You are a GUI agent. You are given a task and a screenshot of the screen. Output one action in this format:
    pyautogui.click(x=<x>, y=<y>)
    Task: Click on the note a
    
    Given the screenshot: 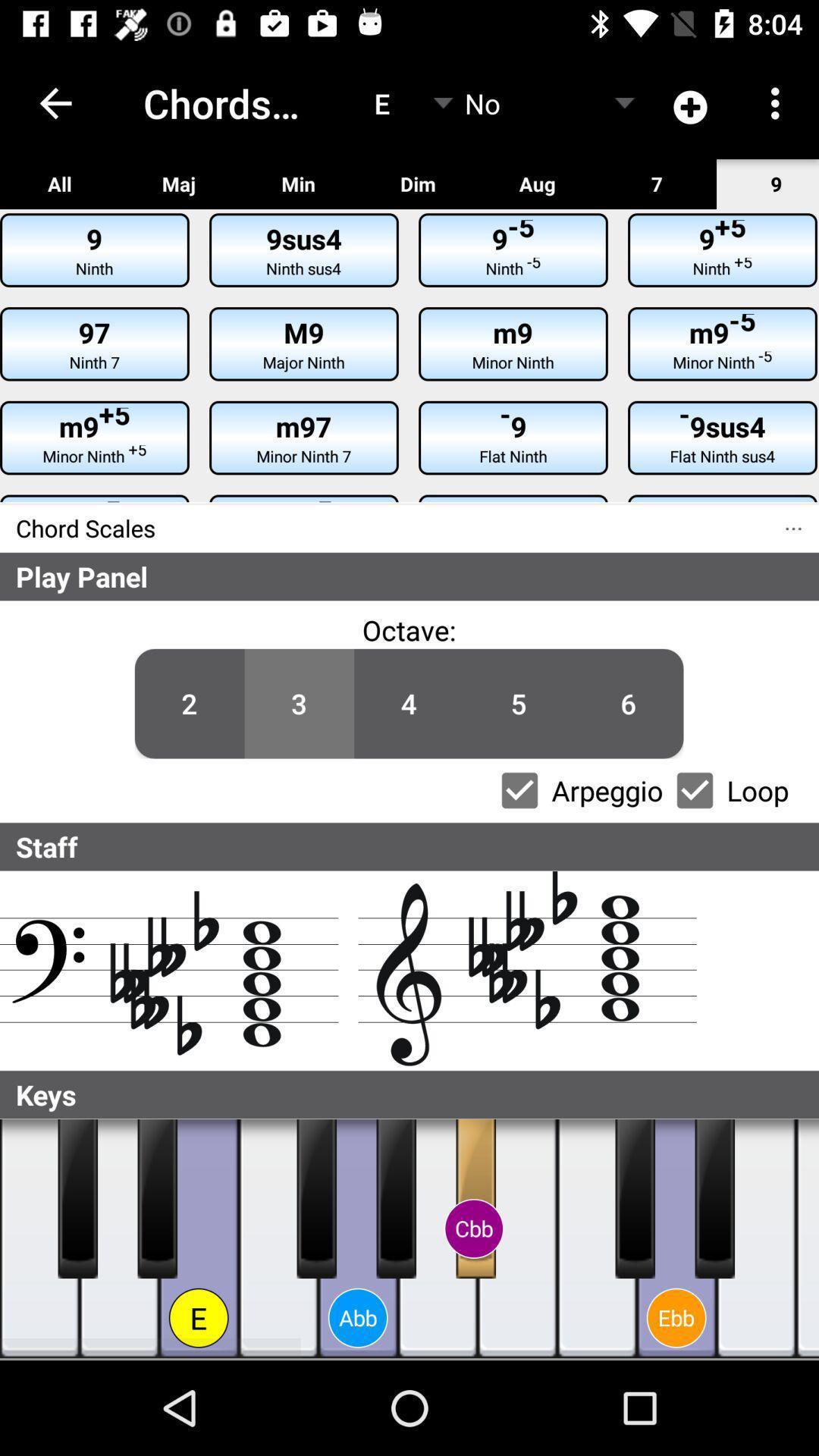 What is the action you would take?
    pyautogui.click(x=438, y=1238)
    